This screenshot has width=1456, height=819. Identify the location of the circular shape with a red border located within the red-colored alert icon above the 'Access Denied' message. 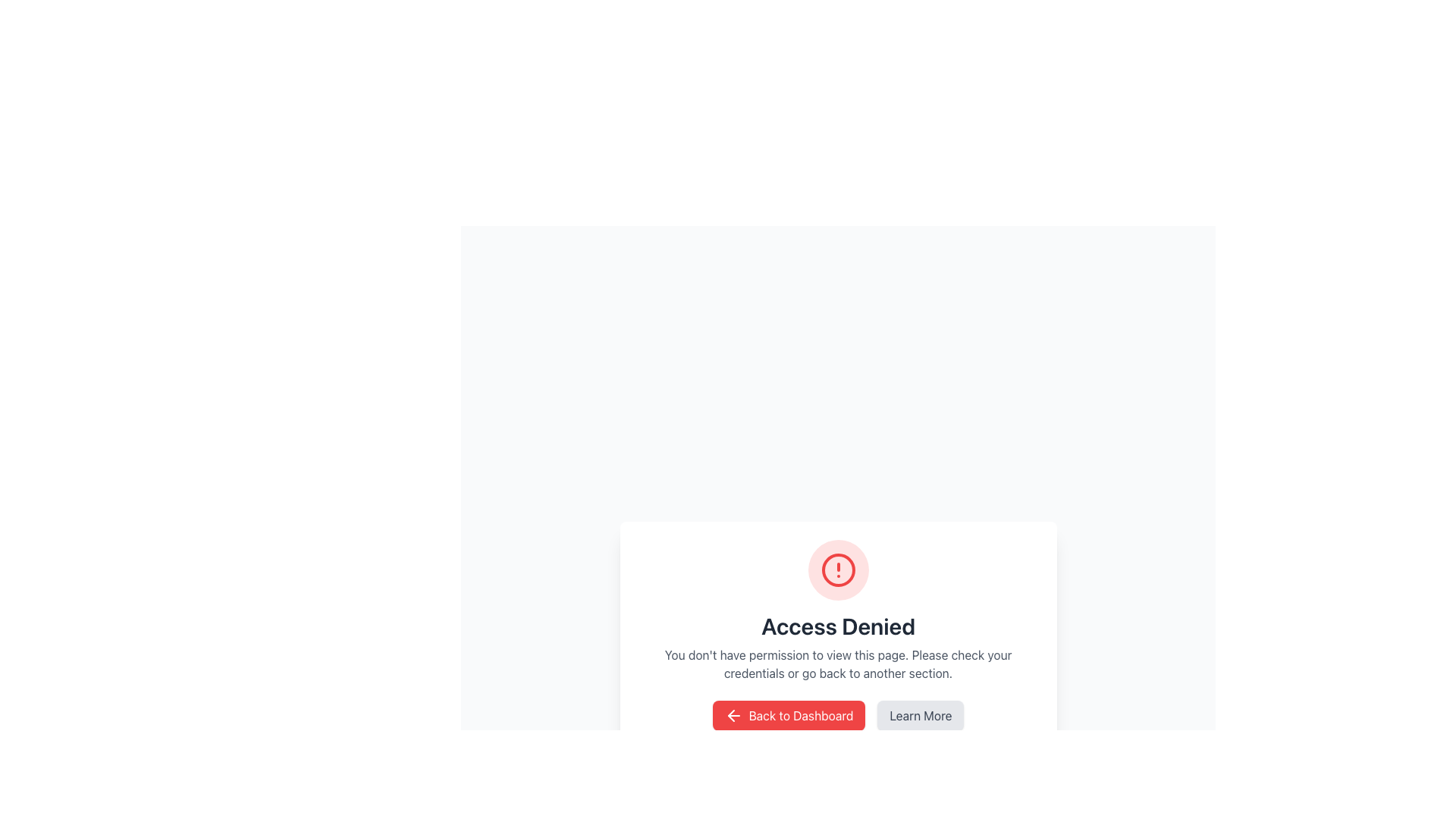
(837, 570).